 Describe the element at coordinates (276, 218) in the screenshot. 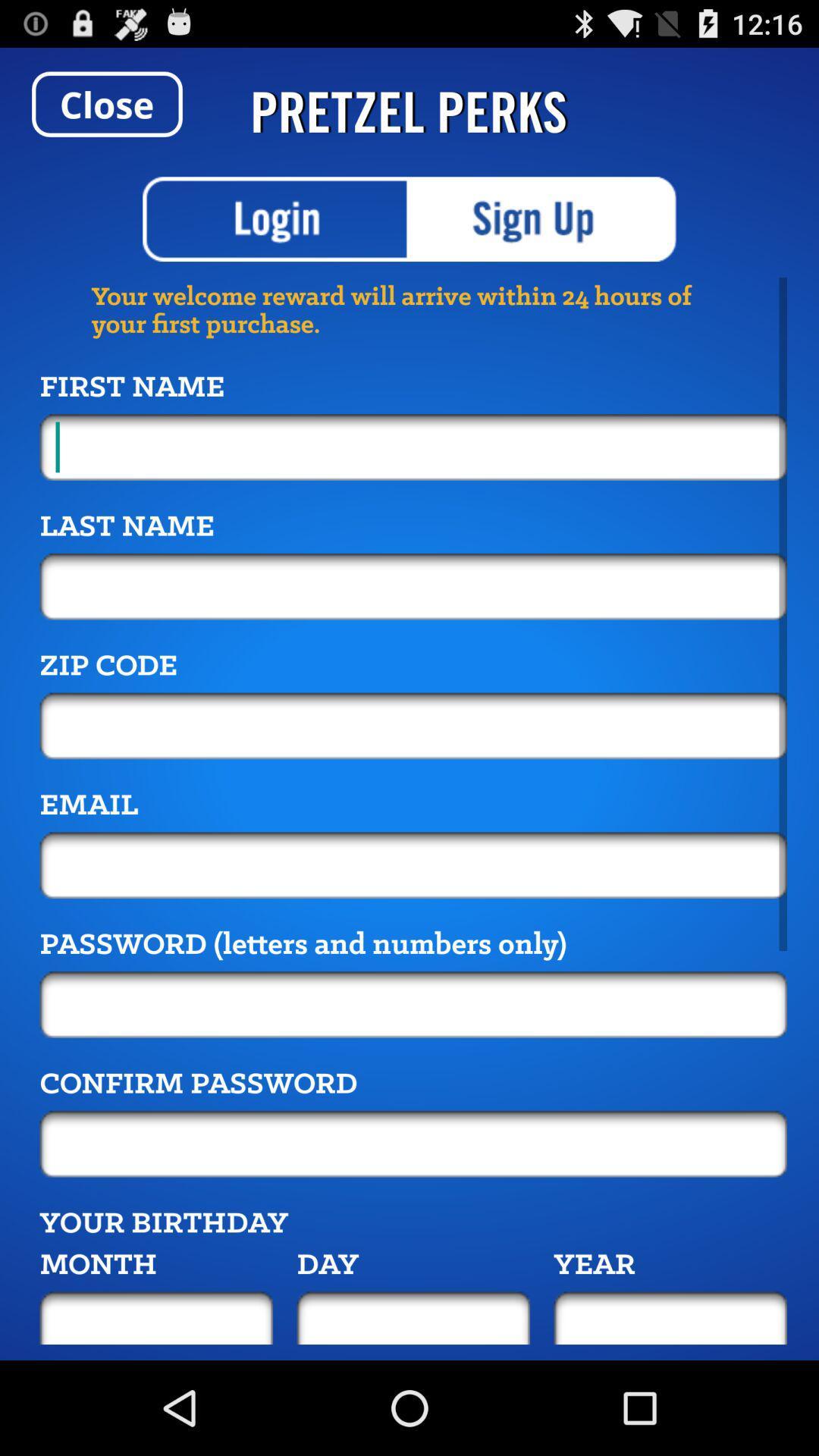

I see `log into the page` at that location.